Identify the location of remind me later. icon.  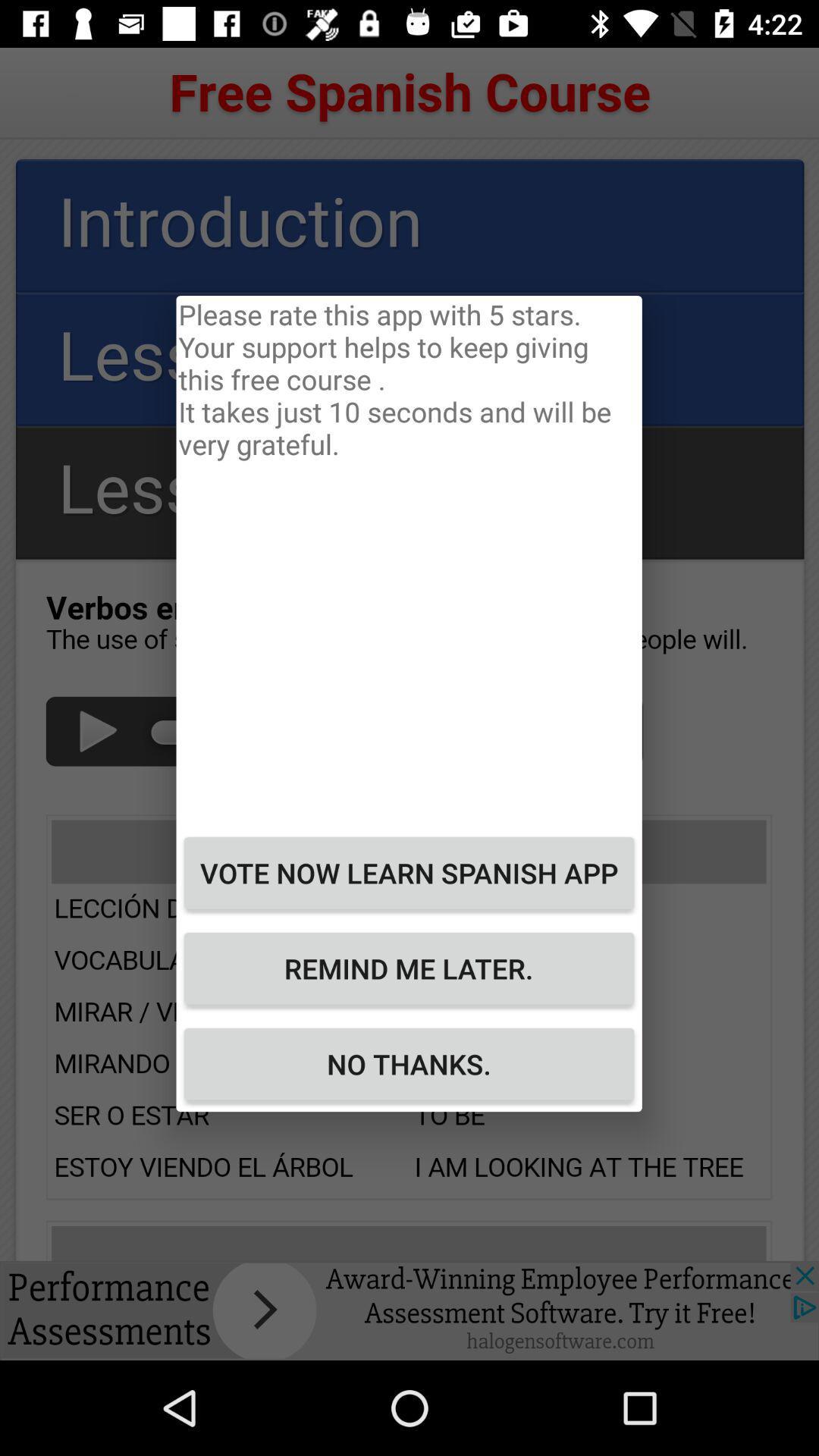
(408, 968).